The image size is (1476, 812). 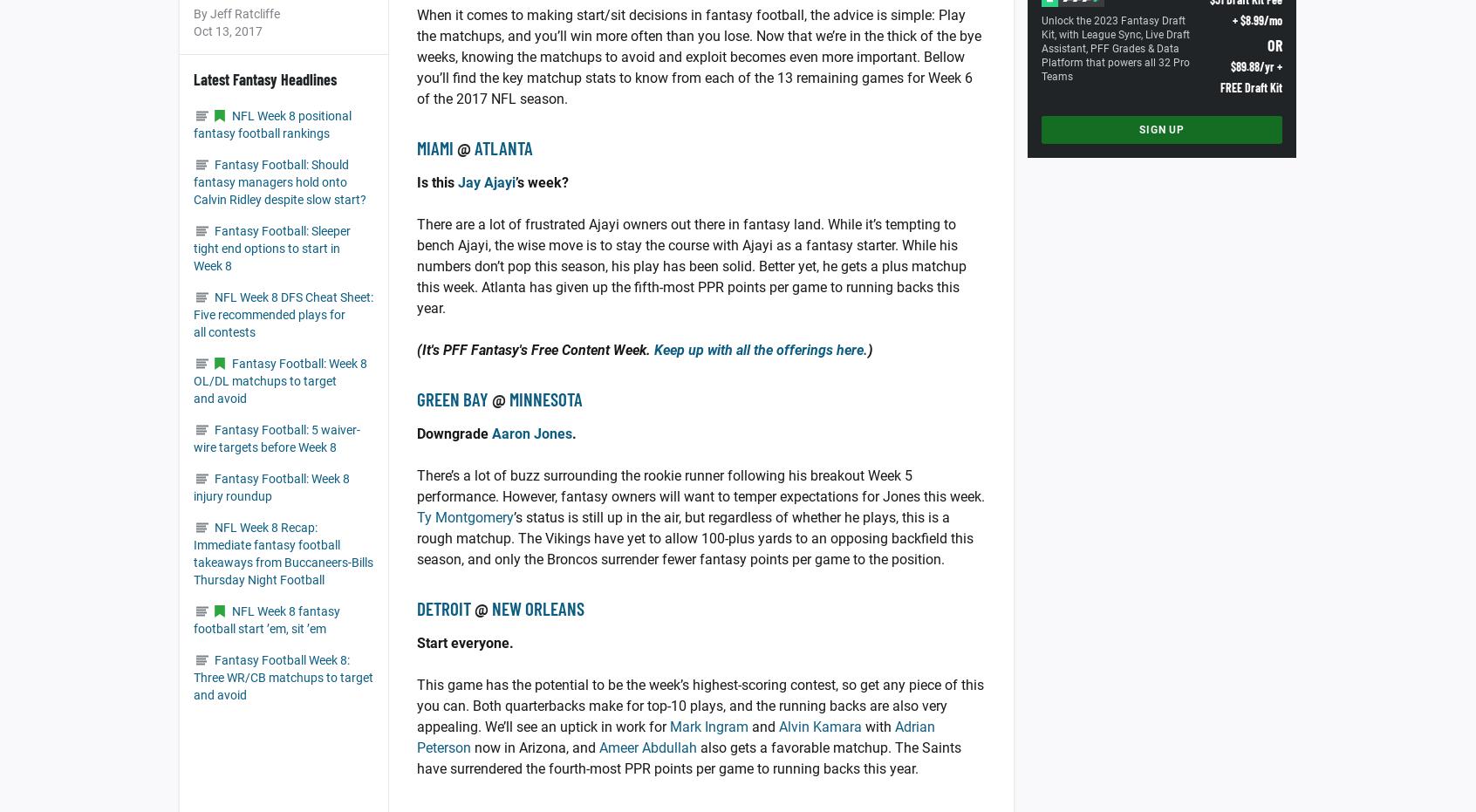 I want to click on 'and', so click(x=762, y=726).